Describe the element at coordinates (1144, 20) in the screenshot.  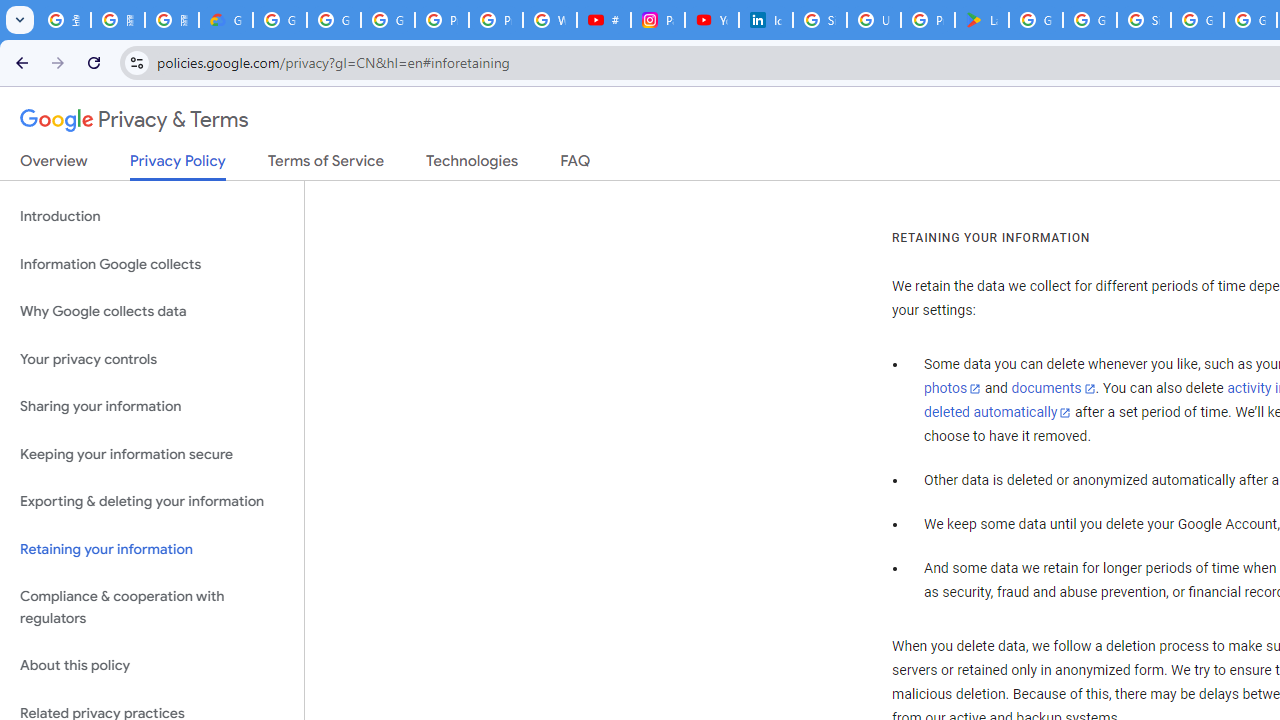
I see `'Sign in - Google Accounts'` at that location.